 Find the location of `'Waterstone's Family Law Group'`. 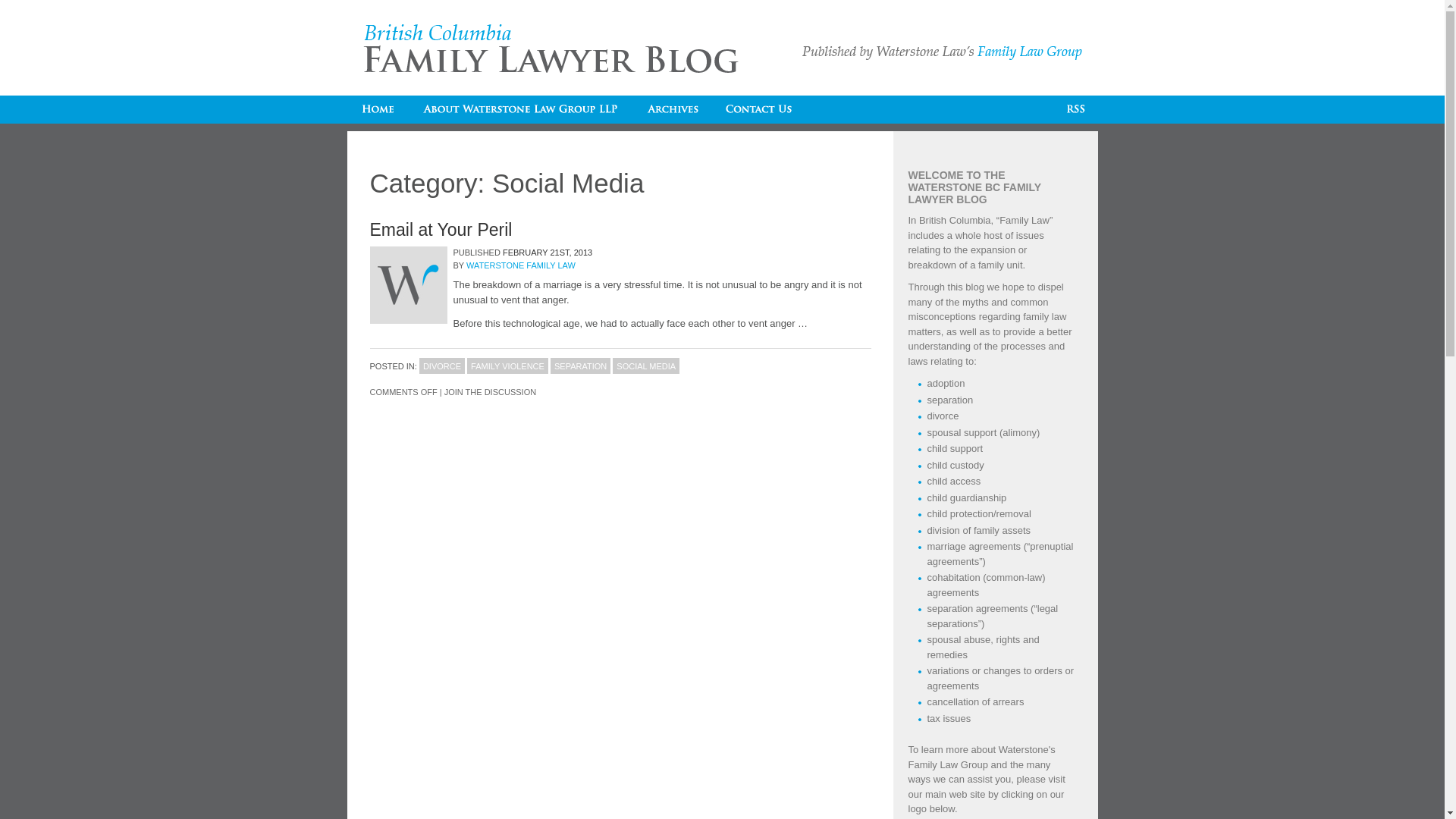

'Waterstone's Family Law Group' is located at coordinates (982, 757).